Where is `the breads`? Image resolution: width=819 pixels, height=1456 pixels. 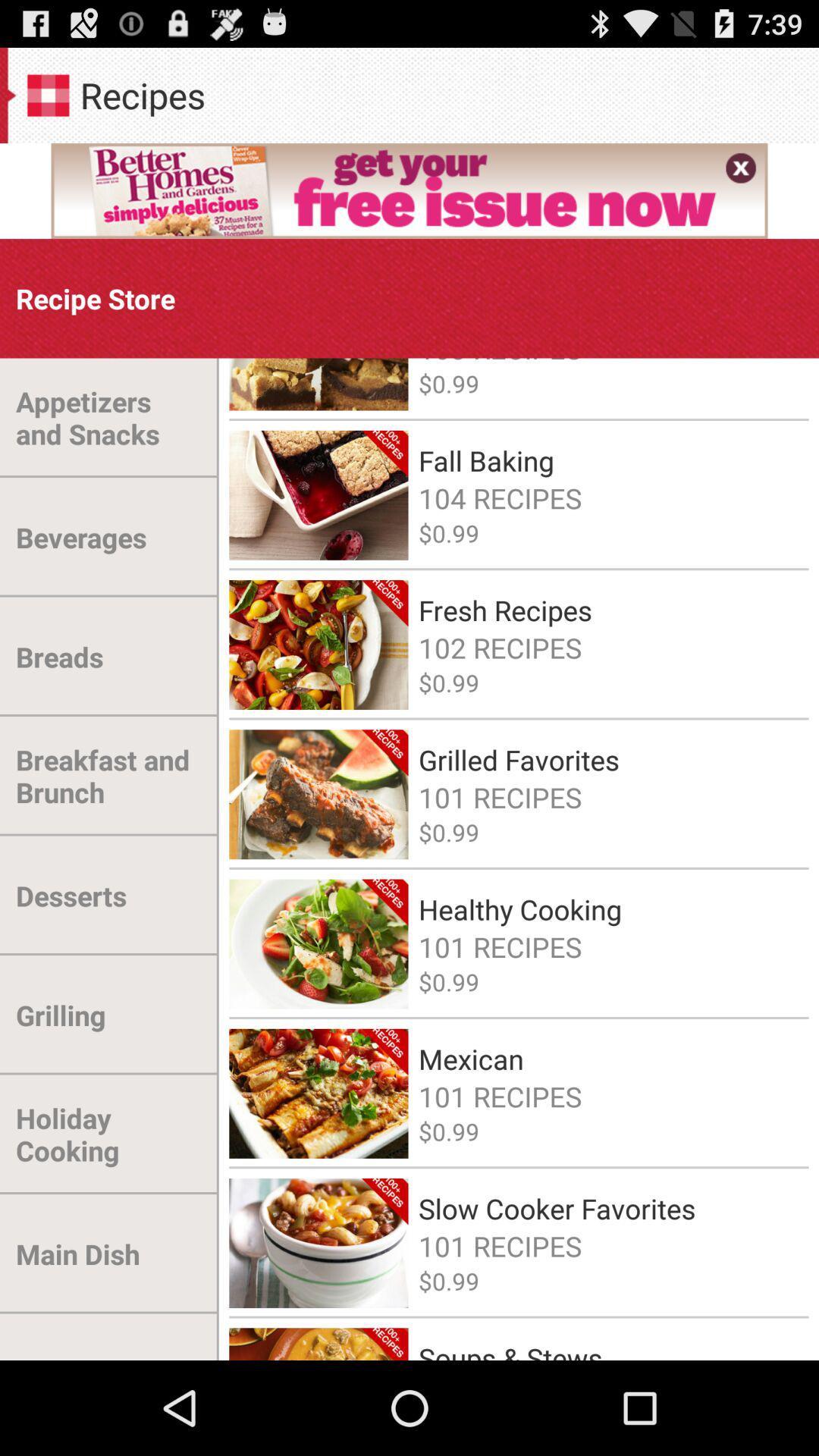
the breads is located at coordinates (58, 657).